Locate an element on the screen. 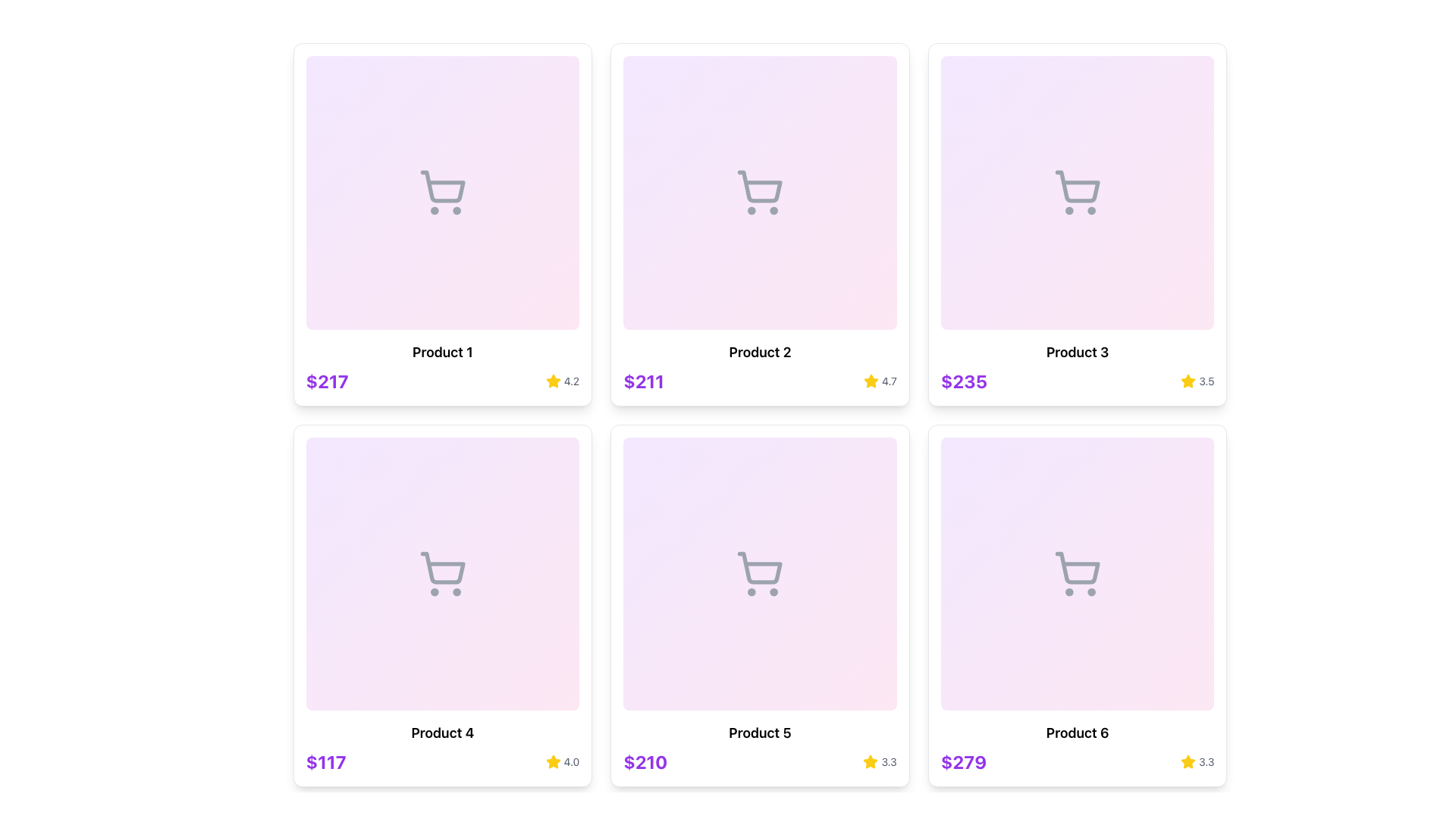 The width and height of the screenshot is (1456, 819). the 'Product 2' card with a shopping cart icon and a rating of '4.7' is located at coordinates (760, 224).